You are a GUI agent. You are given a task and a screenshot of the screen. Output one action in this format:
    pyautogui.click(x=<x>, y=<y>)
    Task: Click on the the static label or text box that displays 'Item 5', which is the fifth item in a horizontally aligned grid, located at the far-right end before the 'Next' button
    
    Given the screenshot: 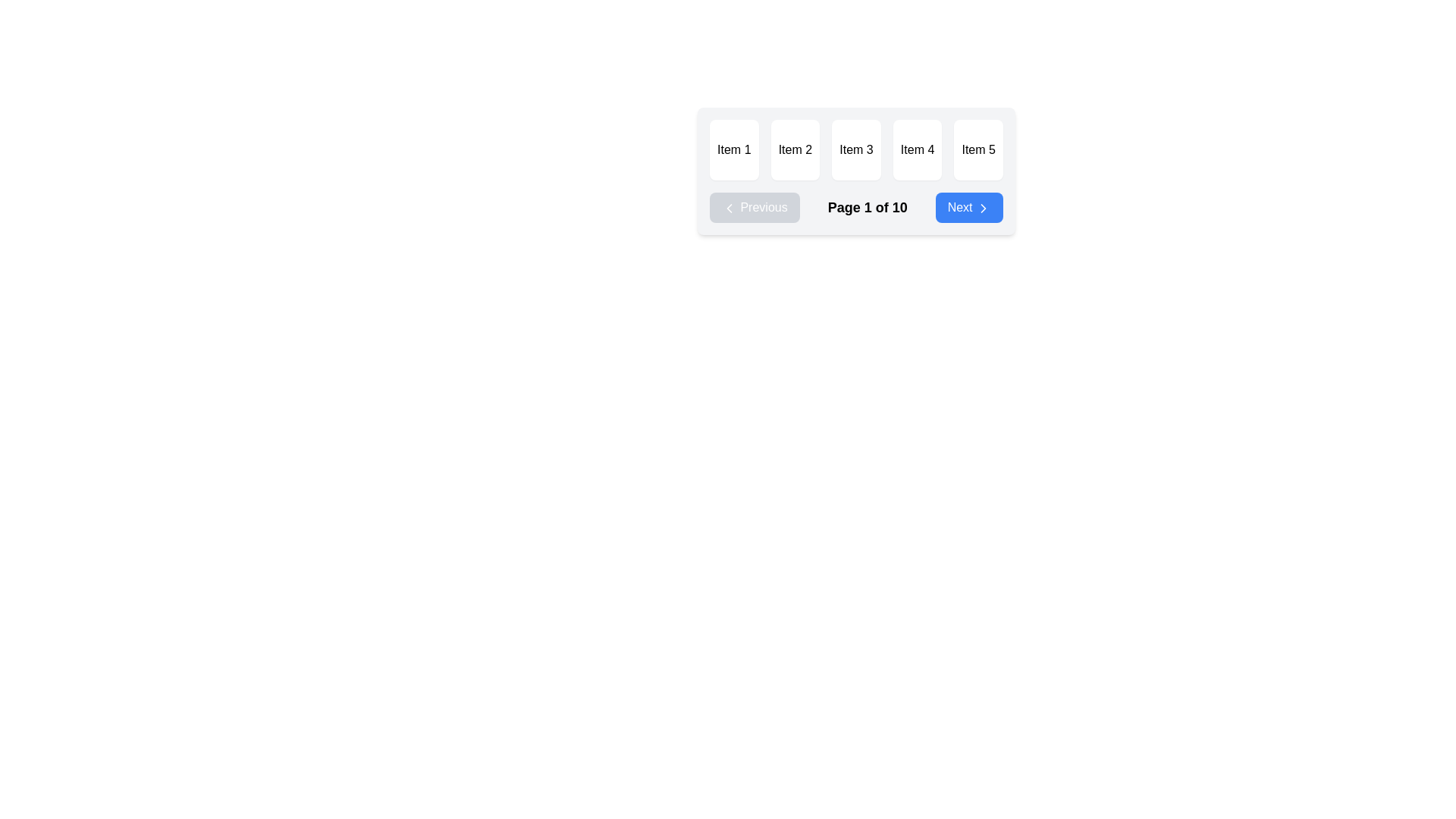 What is the action you would take?
    pyautogui.click(x=978, y=149)
    